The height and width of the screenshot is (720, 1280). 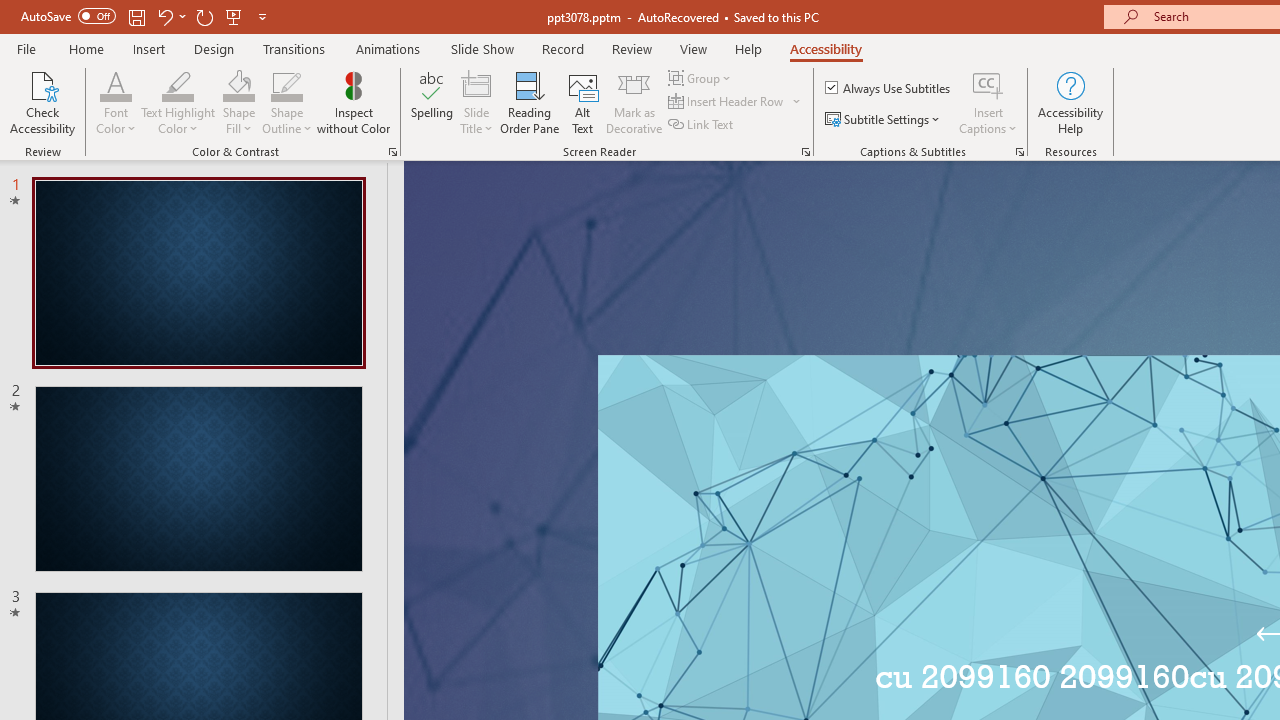 What do you see at coordinates (286, 103) in the screenshot?
I see `'Shape Outline'` at bounding box center [286, 103].